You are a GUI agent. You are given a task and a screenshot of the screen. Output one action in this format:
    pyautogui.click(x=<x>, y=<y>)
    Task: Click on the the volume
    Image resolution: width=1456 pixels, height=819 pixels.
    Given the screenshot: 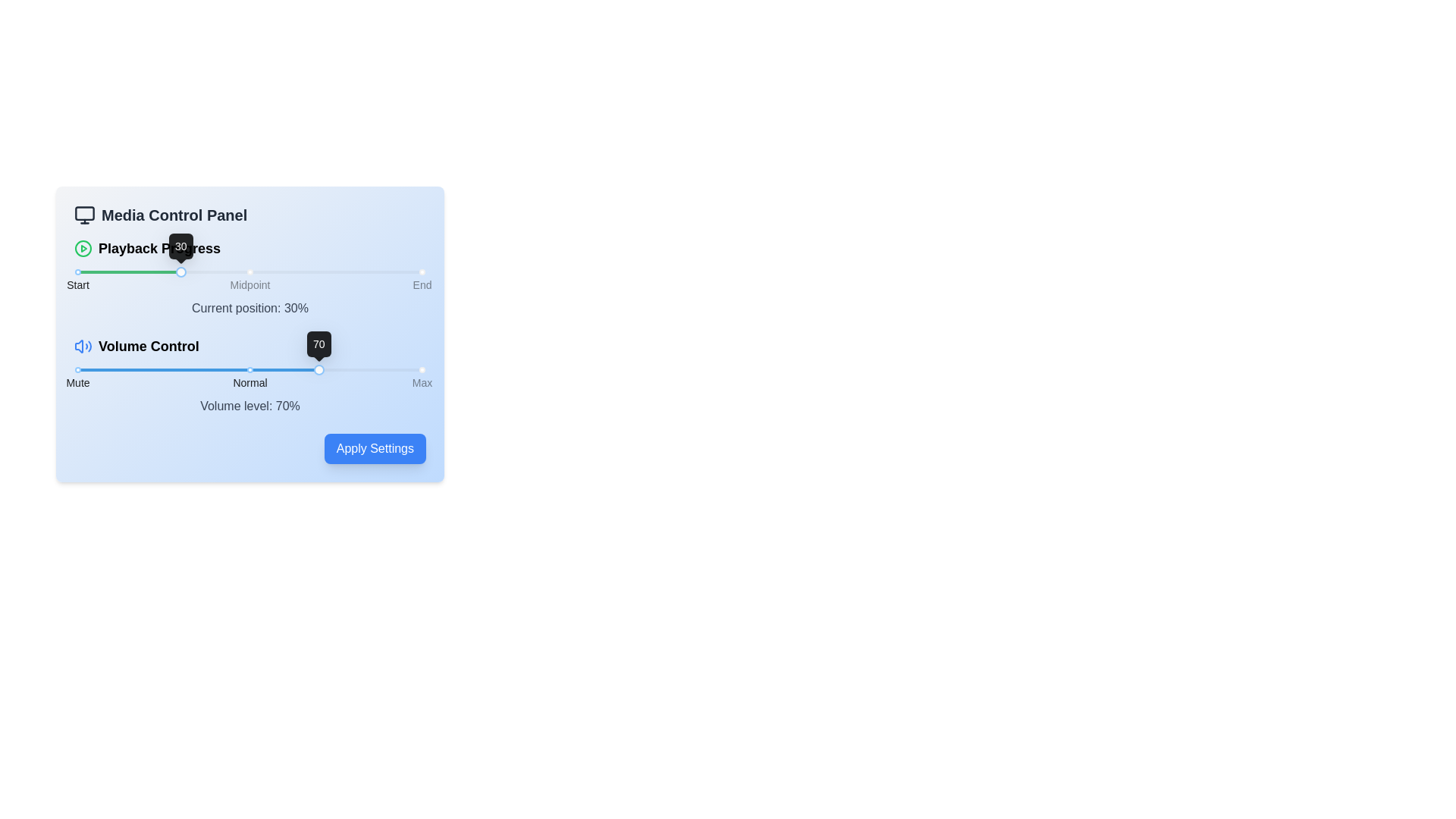 What is the action you would take?
    pyautogui.click(x=133, y=370)
    